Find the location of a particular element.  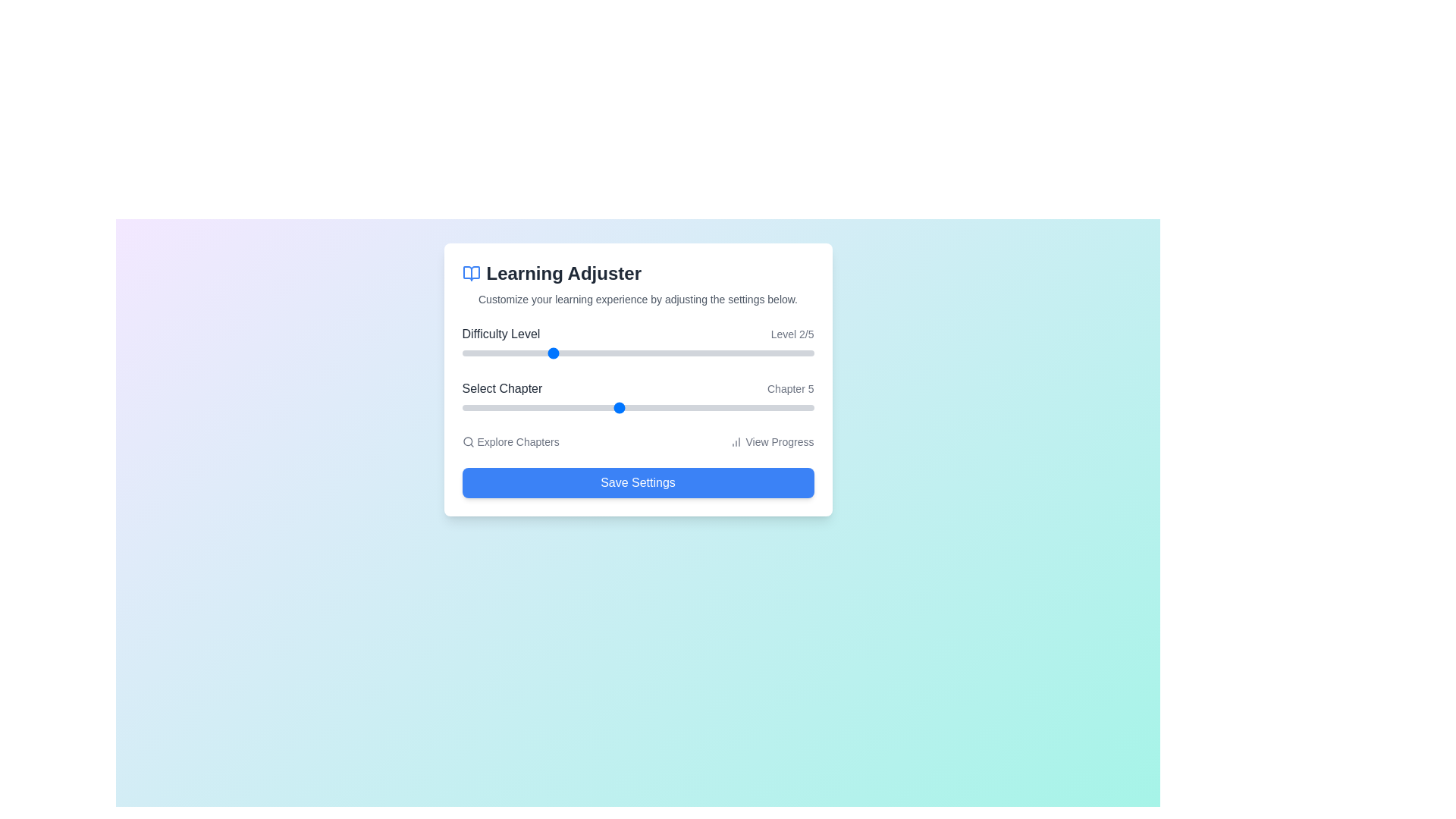

the label with an icon located in the bottom-right corner of the 'Learning Adjuster' panel, which serves as a navigational link is located at coordinates (772, 441).